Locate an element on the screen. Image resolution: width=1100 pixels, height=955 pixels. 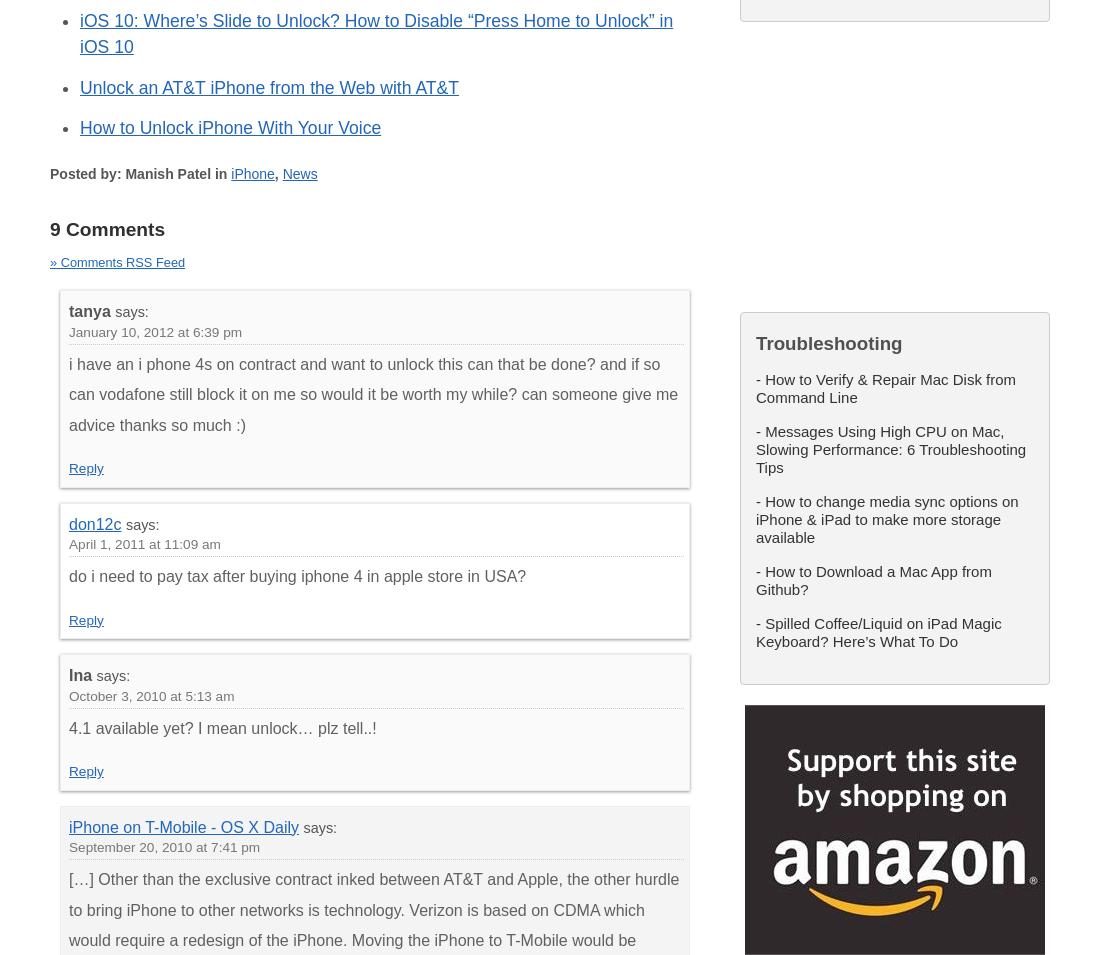
'How to Download a Mac App from Github?' is located at coordinates (755, 579).